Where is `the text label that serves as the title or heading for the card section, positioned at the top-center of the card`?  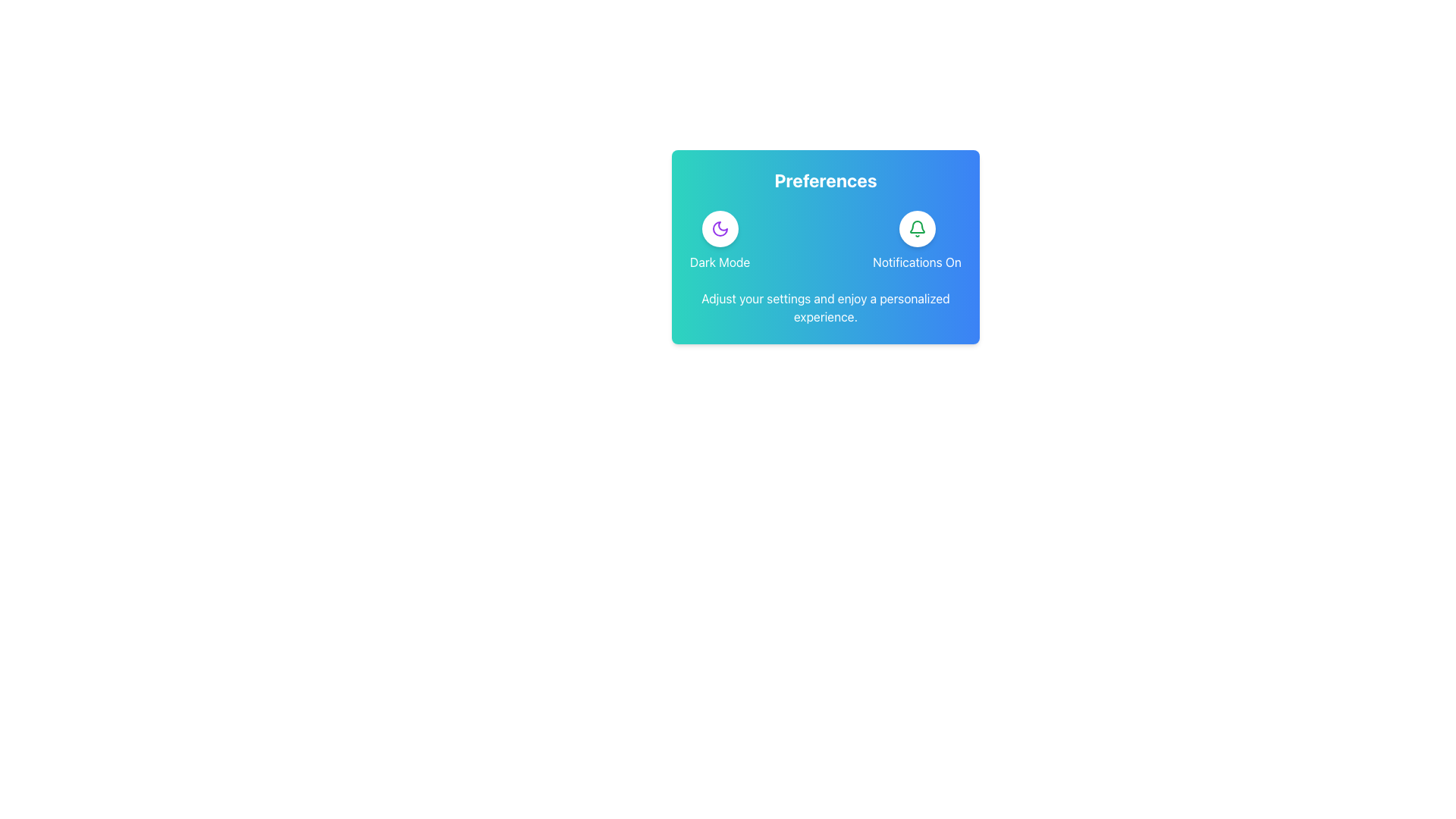
the text label that serves as the title or heading for the card section, positioned at the top-center of the card is located at coordinates (825, 180).